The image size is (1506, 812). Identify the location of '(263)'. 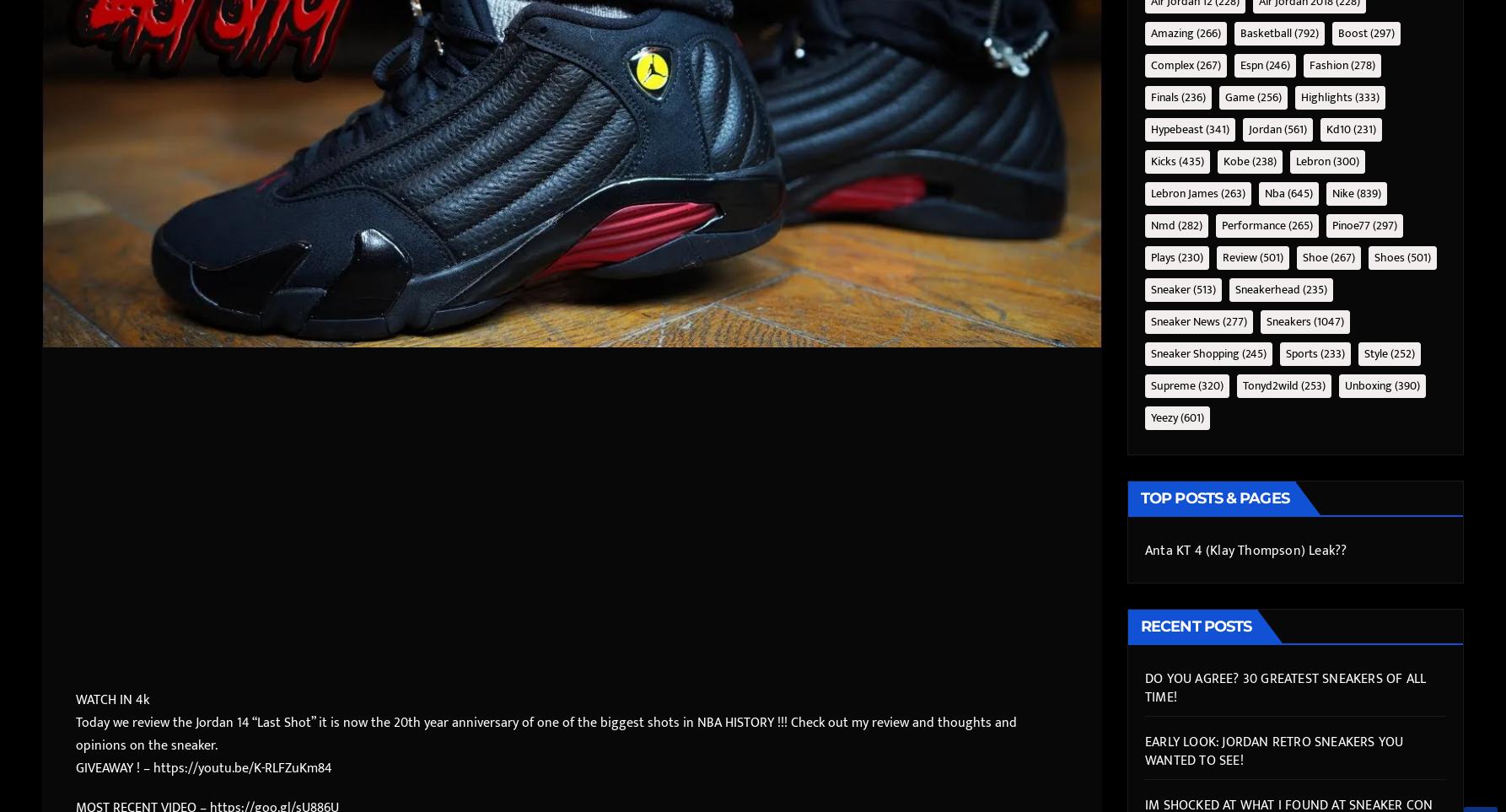
(1218, 192).